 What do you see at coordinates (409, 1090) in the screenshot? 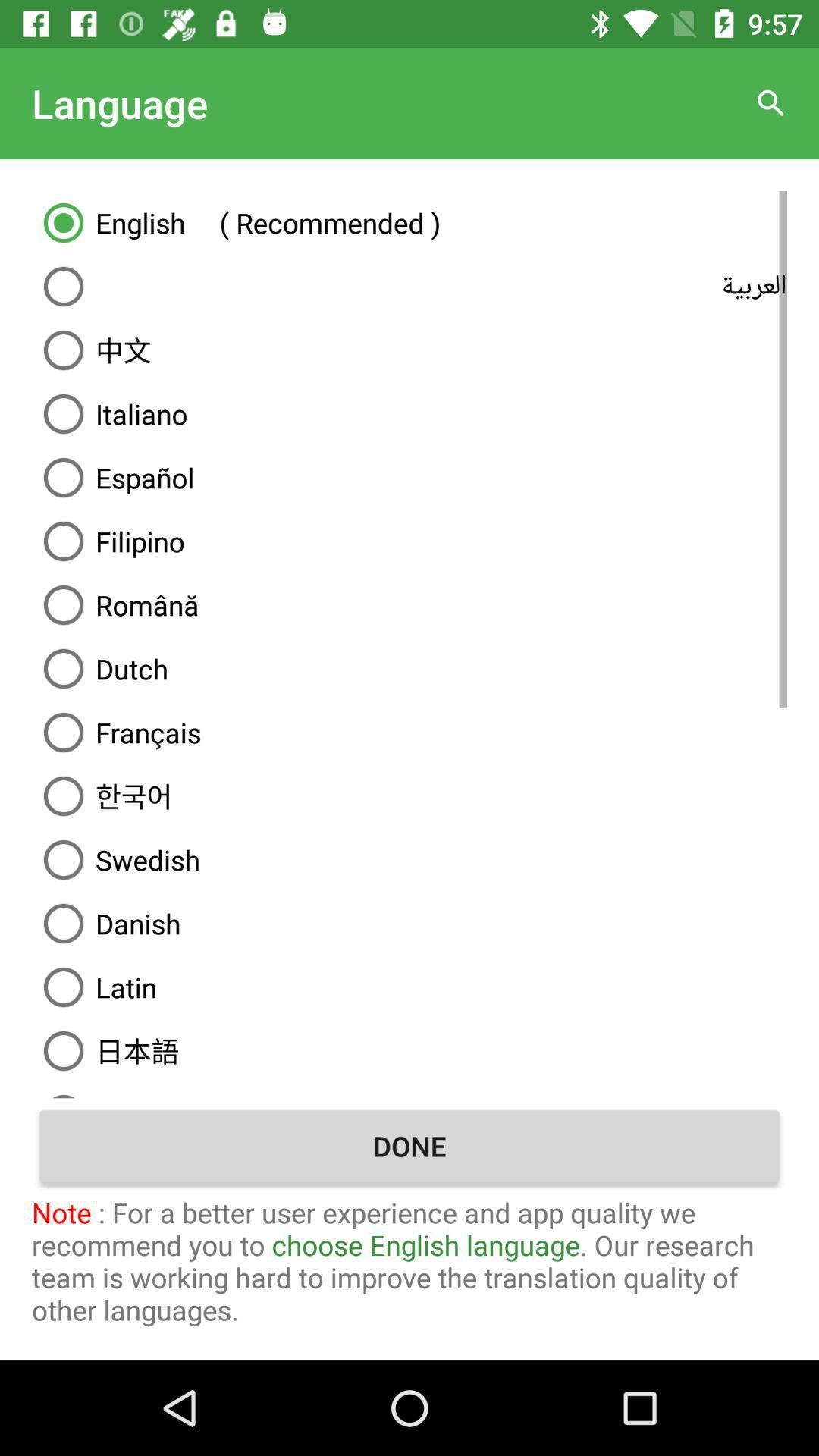
I see `the item above the done` at bounding box center [409, 1090].